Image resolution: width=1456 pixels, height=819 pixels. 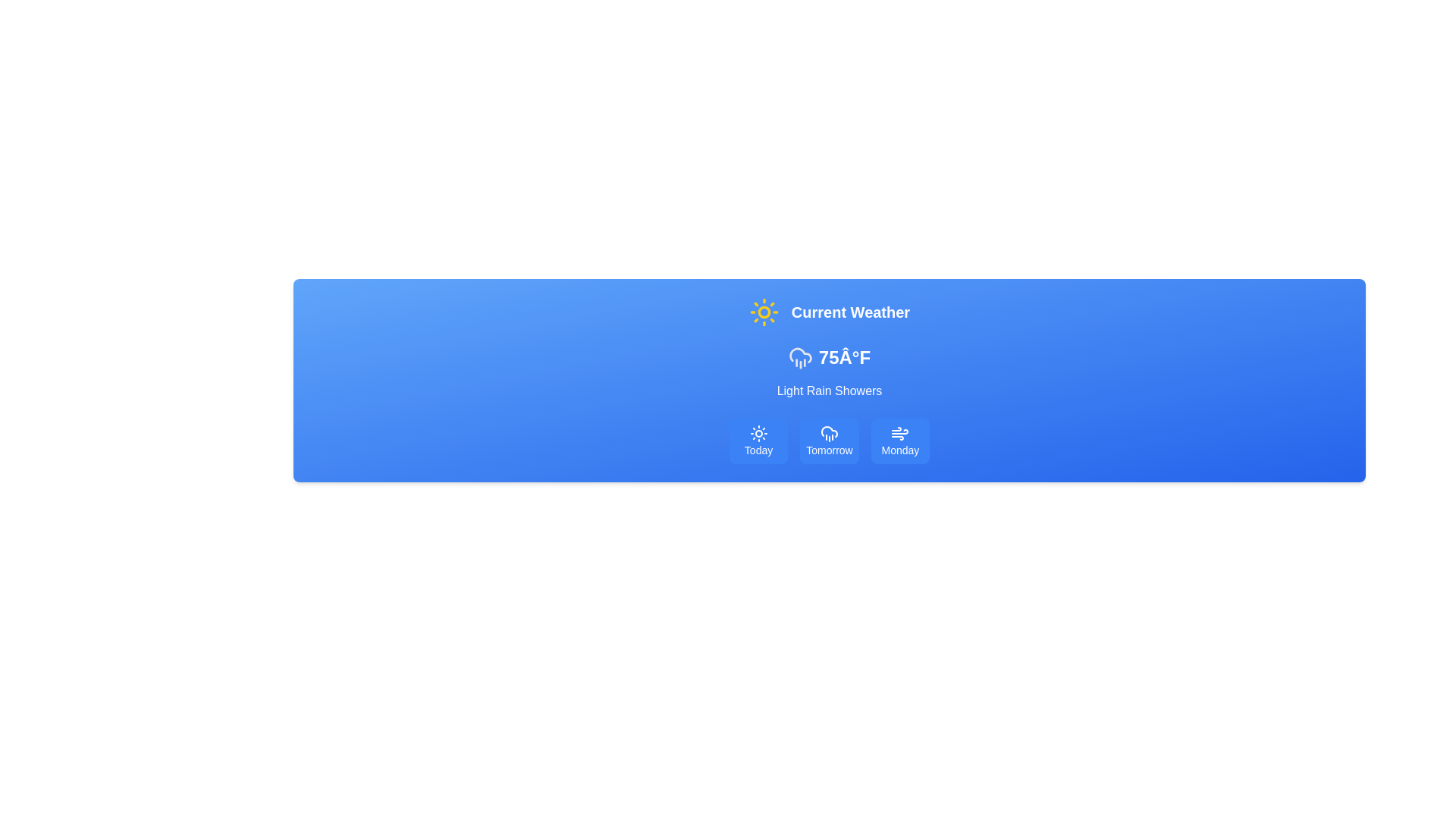 What do you see at coordinates (758, 450) in the screenshot?
I see `the static text label within the button component at the bottom of the weather card interface` at bounding box center [758, 450].